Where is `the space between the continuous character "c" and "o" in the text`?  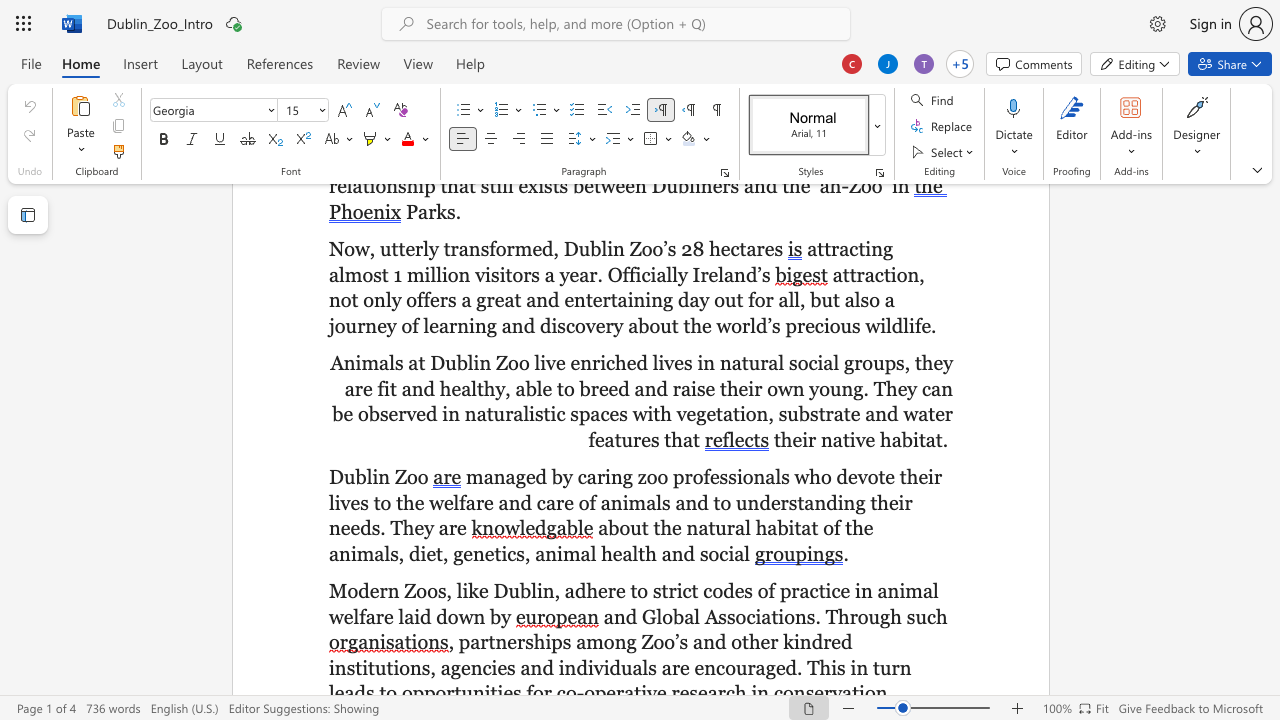 the space between the continuous character "c" and "o" in the text is located at coordinates (712, 590).